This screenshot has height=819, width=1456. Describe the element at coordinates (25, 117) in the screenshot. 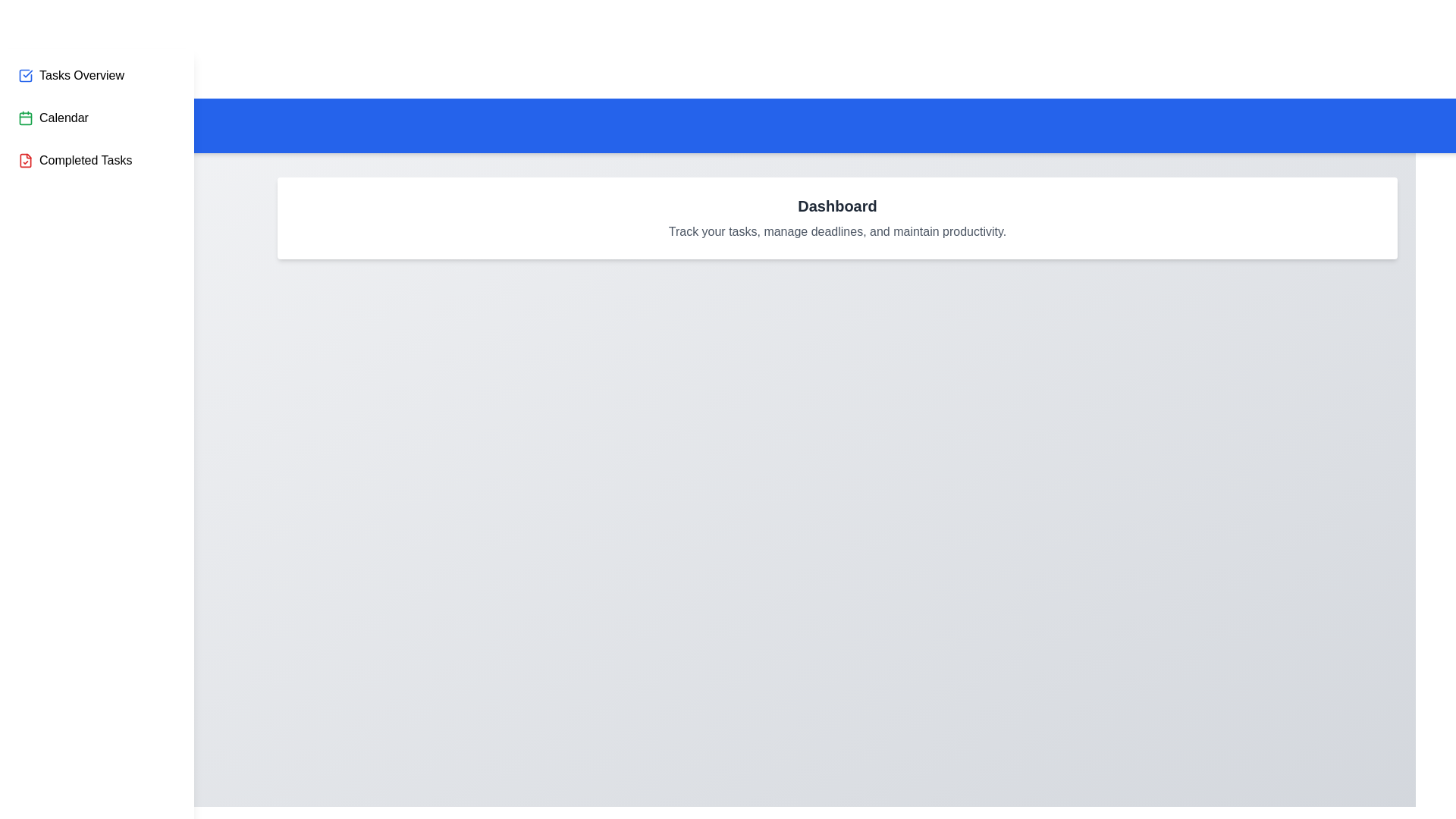

I see `the green rounded rectangle SVG icon representing the 'Calendar' button located in the left sidebar navigation panel` at that location.